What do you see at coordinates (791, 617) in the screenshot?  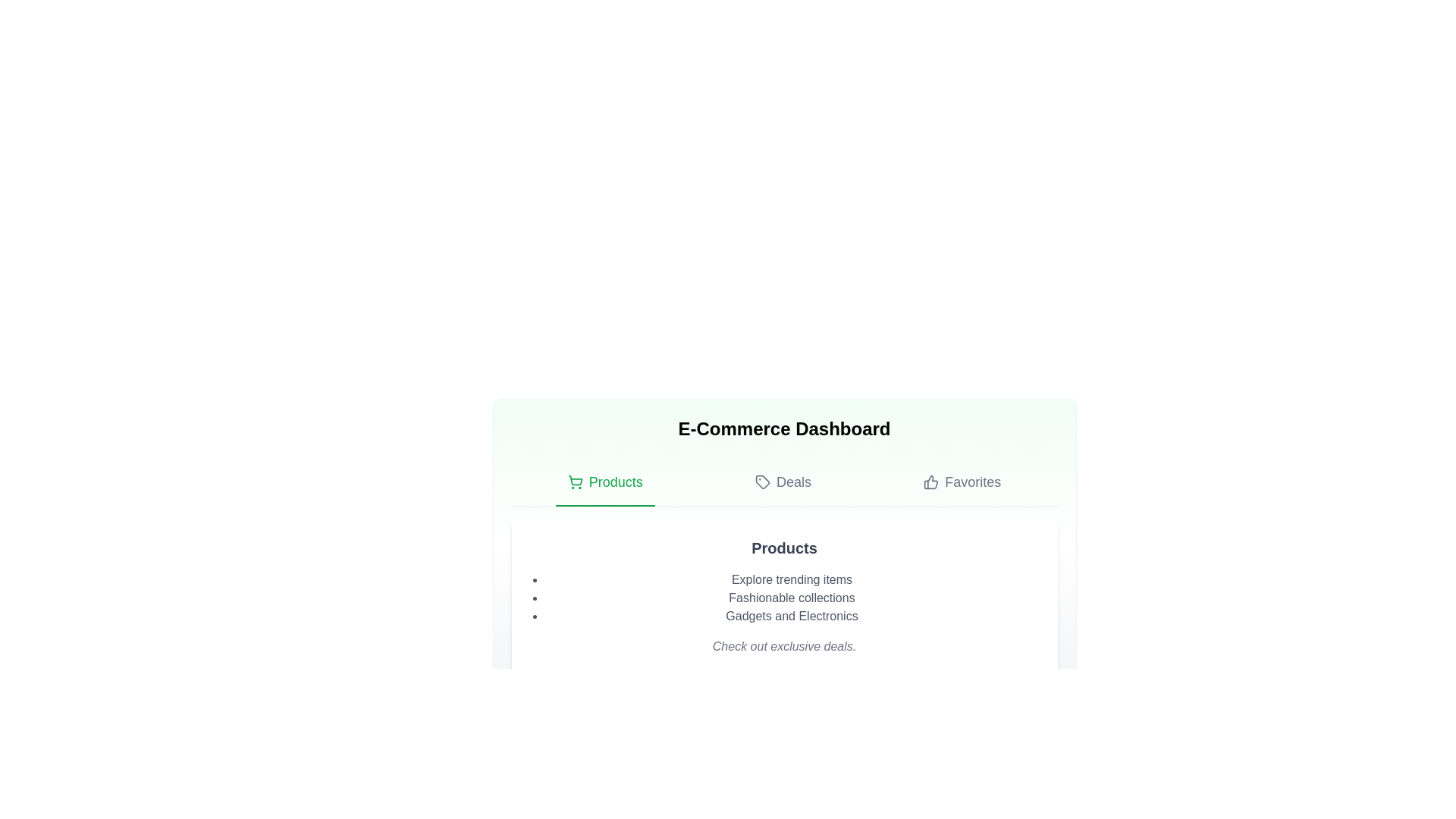 I see `text label 'Gadgets and Electronics' which is the third item in the unordered list under the 'Products' section, positioned between 'Fashionable collections' and an empty space` at bounding box center [791, 617].